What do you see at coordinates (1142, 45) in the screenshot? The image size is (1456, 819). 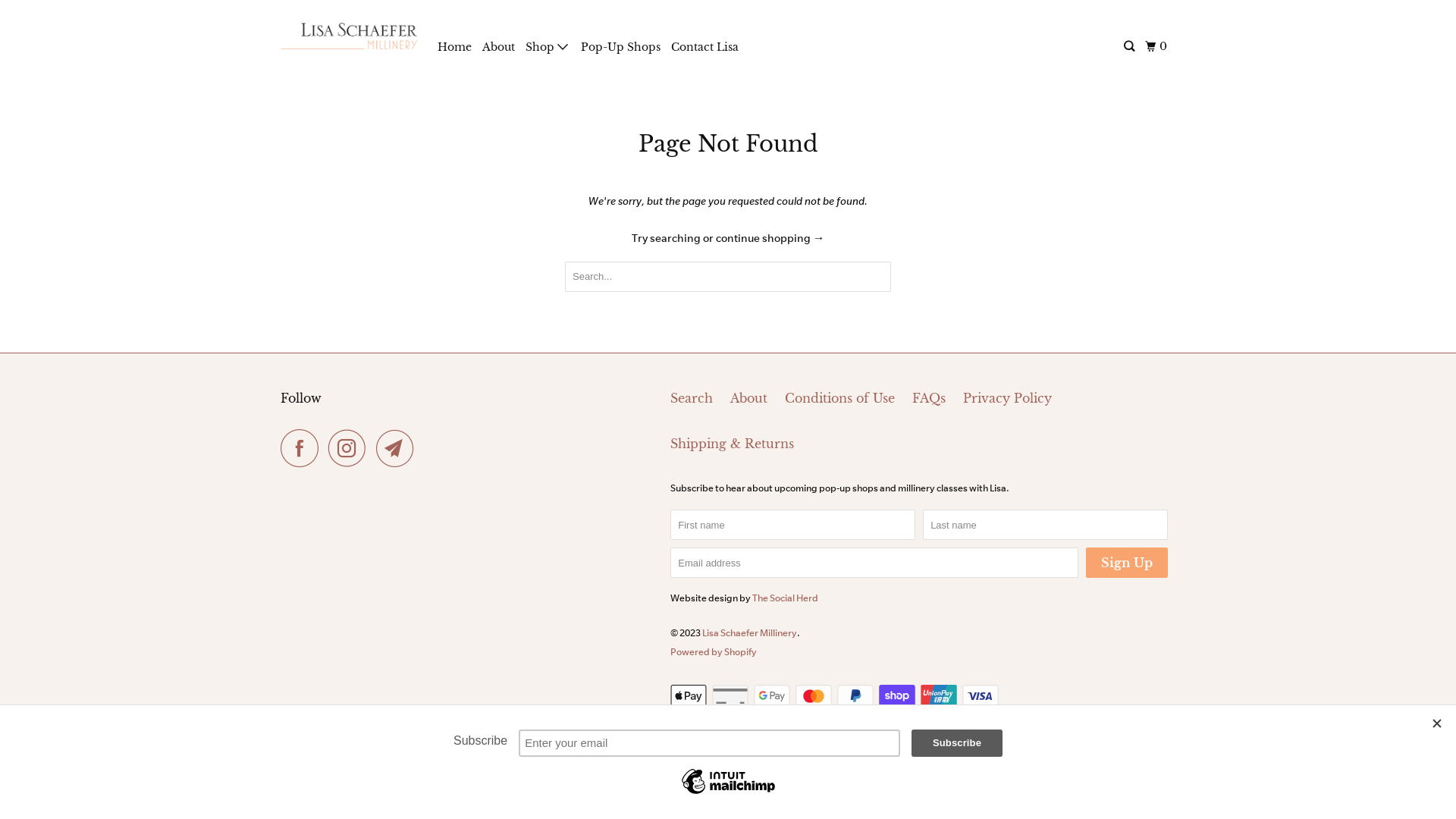 I see `'0'` at bounding box center [1142, 45].